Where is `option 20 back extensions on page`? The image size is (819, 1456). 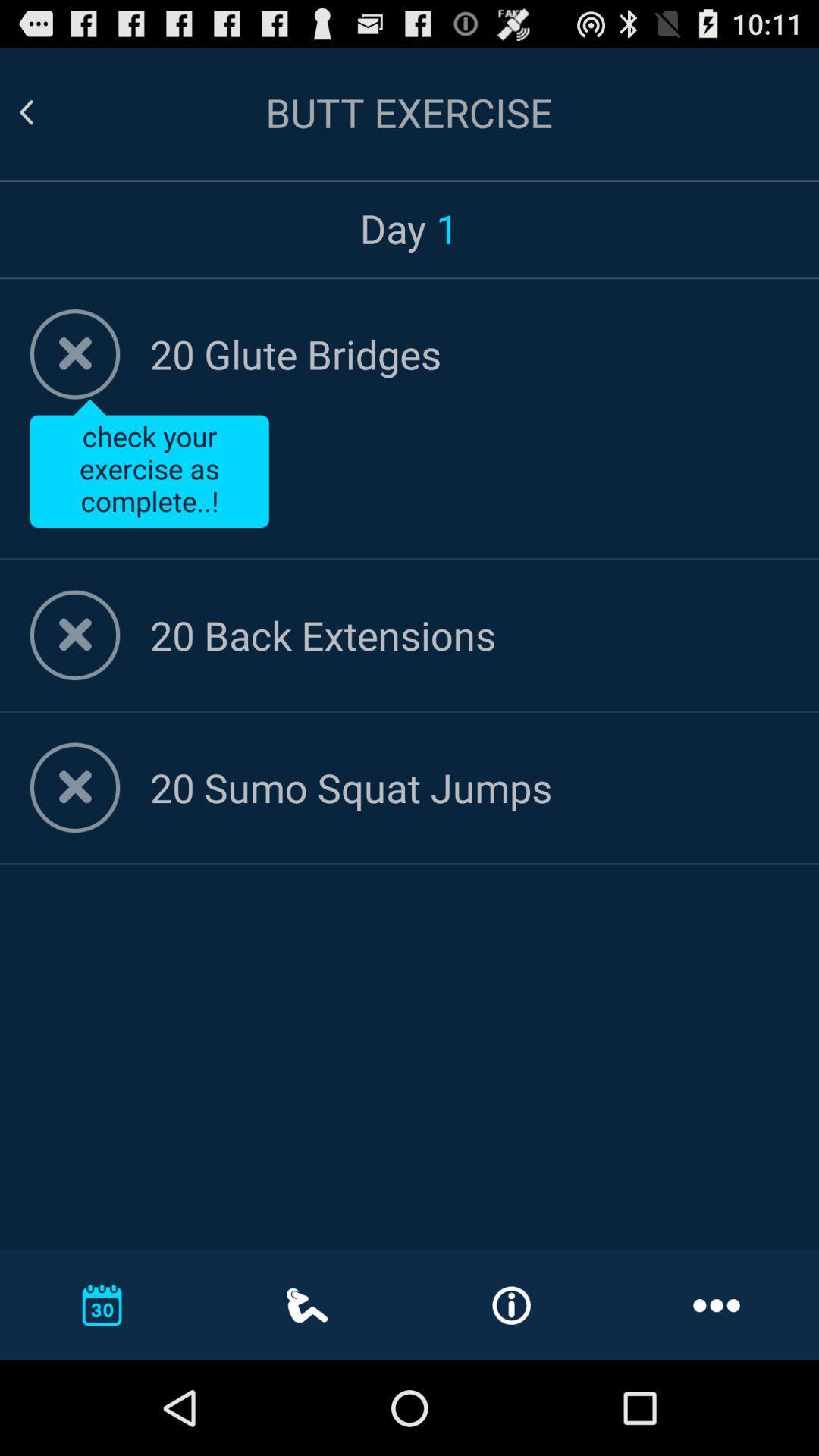
option 20 back extensions on page is located at coordinates (468, 635).